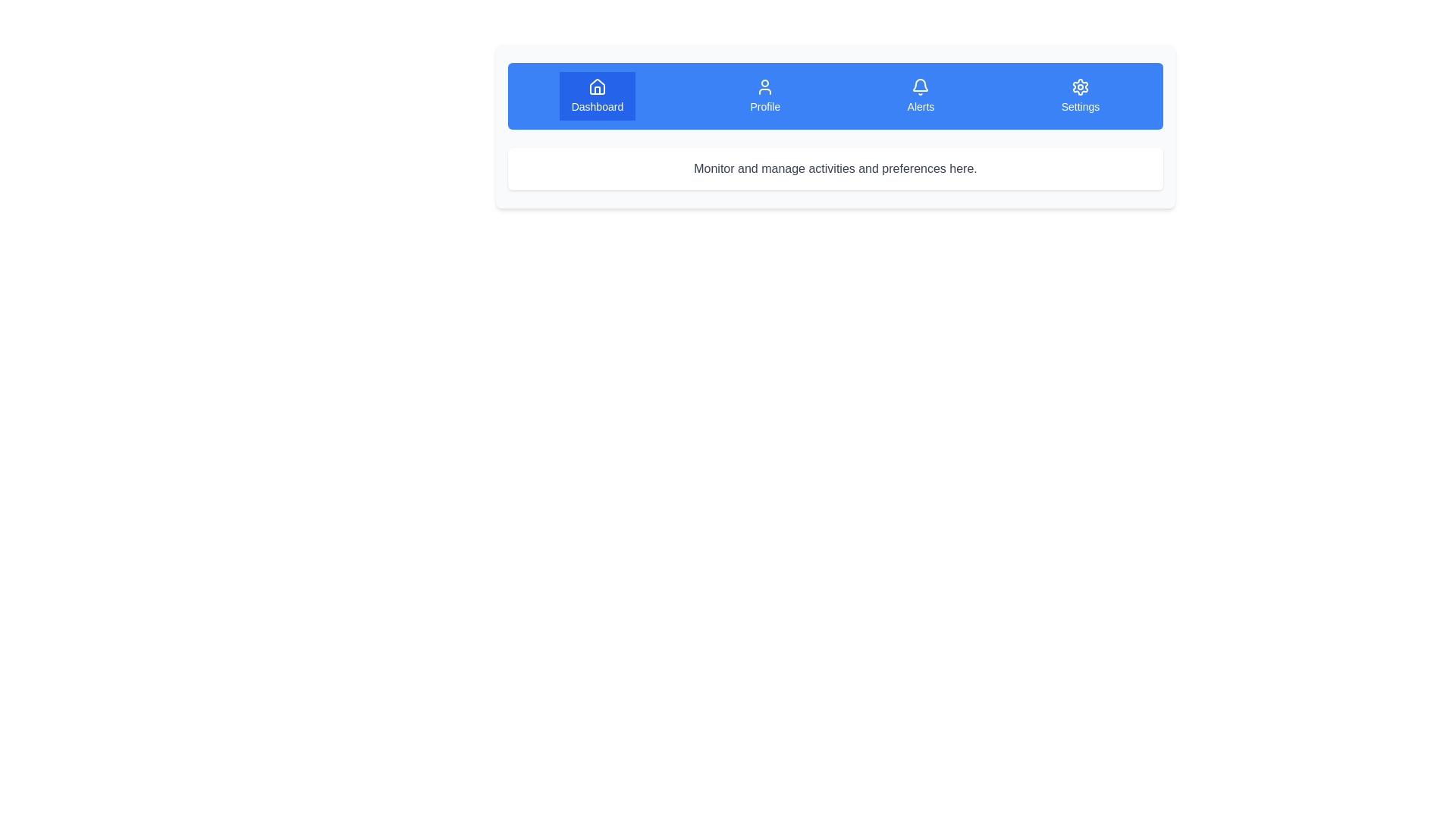  Describe the element at coordinates (920, 87) in the screenshot. I see `the bell icon located in the top-menu navigation bar under the 'Alerts' section` at that location.